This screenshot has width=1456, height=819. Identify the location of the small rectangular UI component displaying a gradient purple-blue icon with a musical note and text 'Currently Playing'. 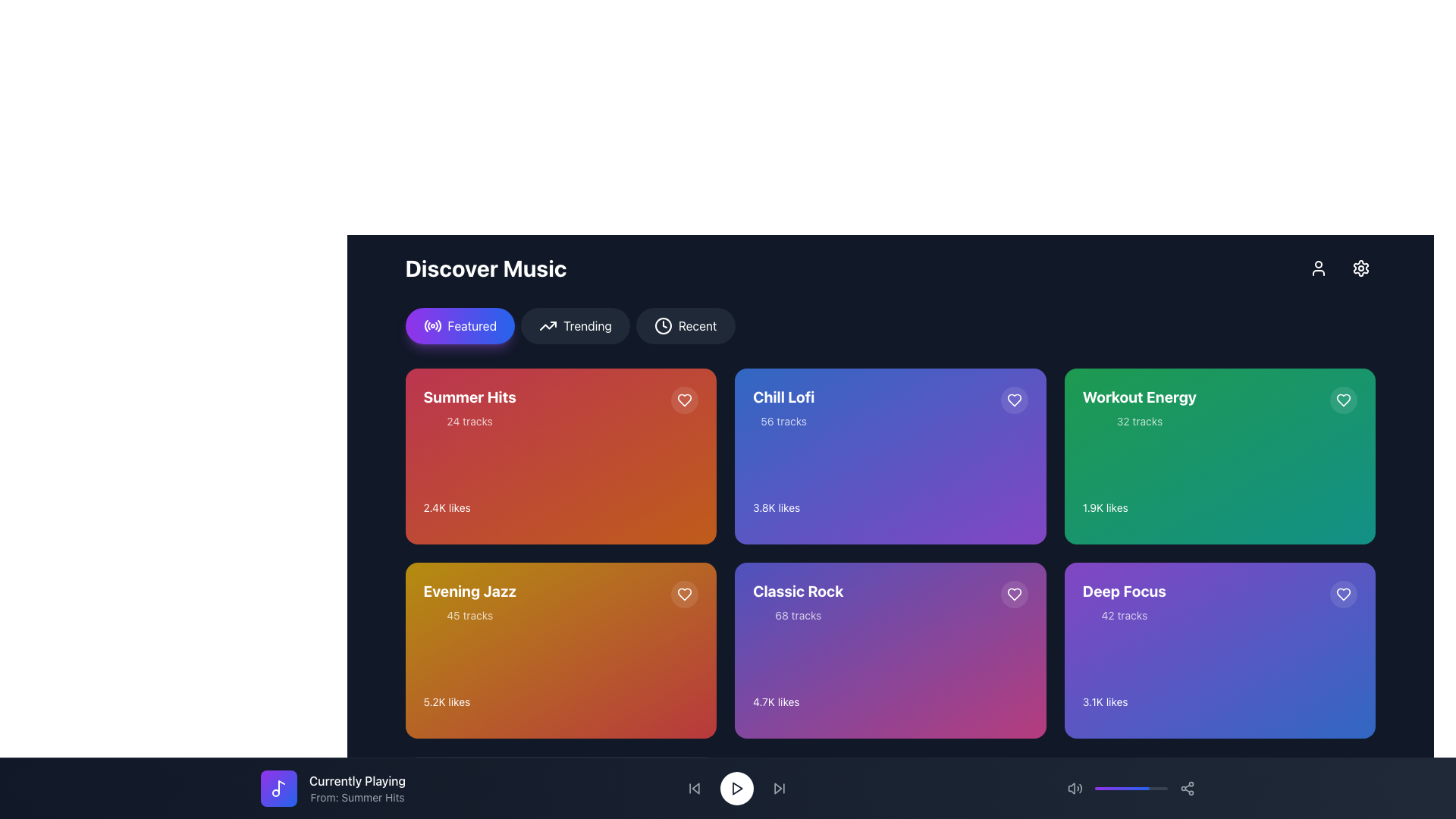
(332, 788).